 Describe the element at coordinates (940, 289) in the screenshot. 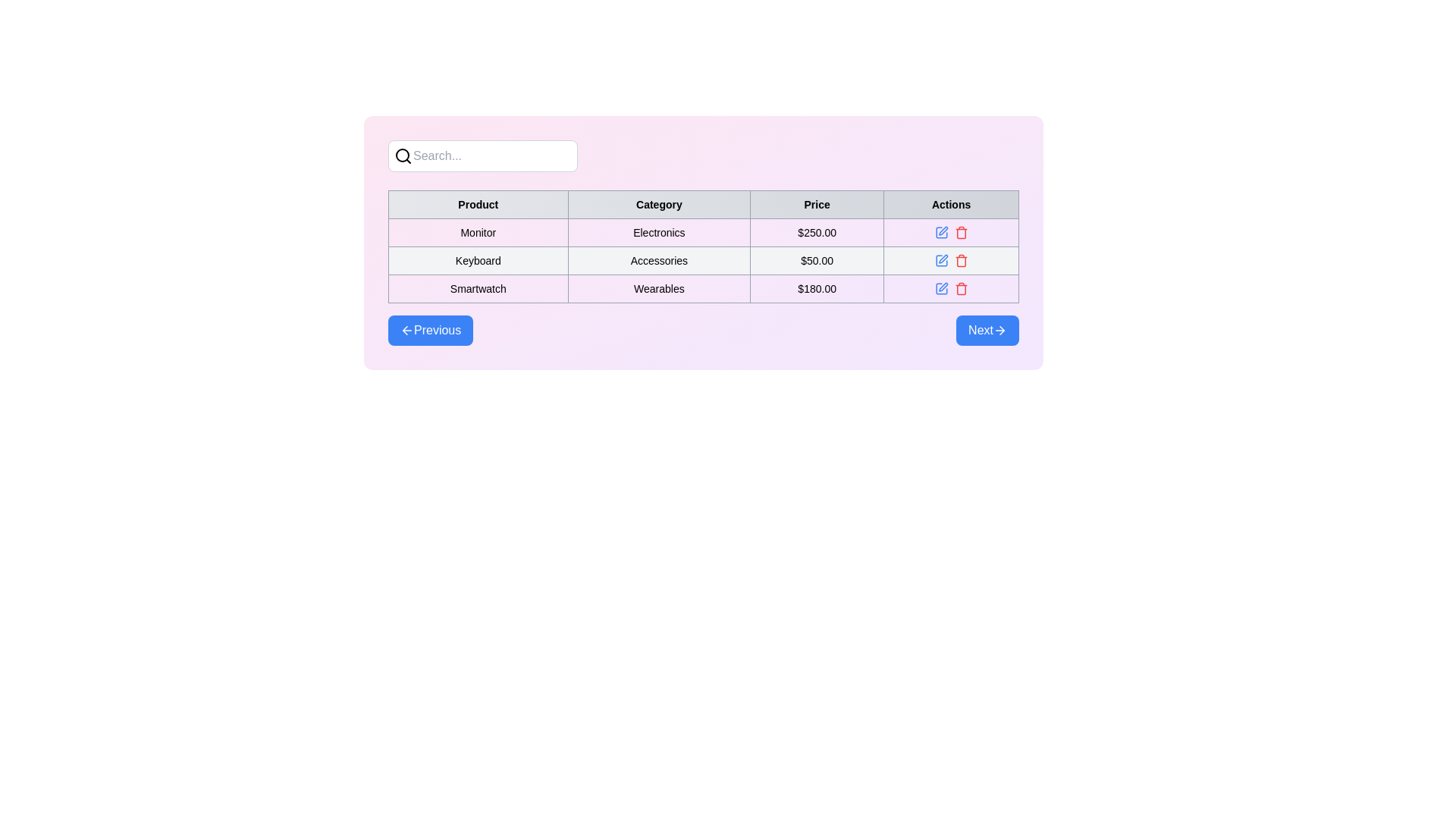

I see `the edit icon button in the third row of the table under the 'Actions' column` at that location.